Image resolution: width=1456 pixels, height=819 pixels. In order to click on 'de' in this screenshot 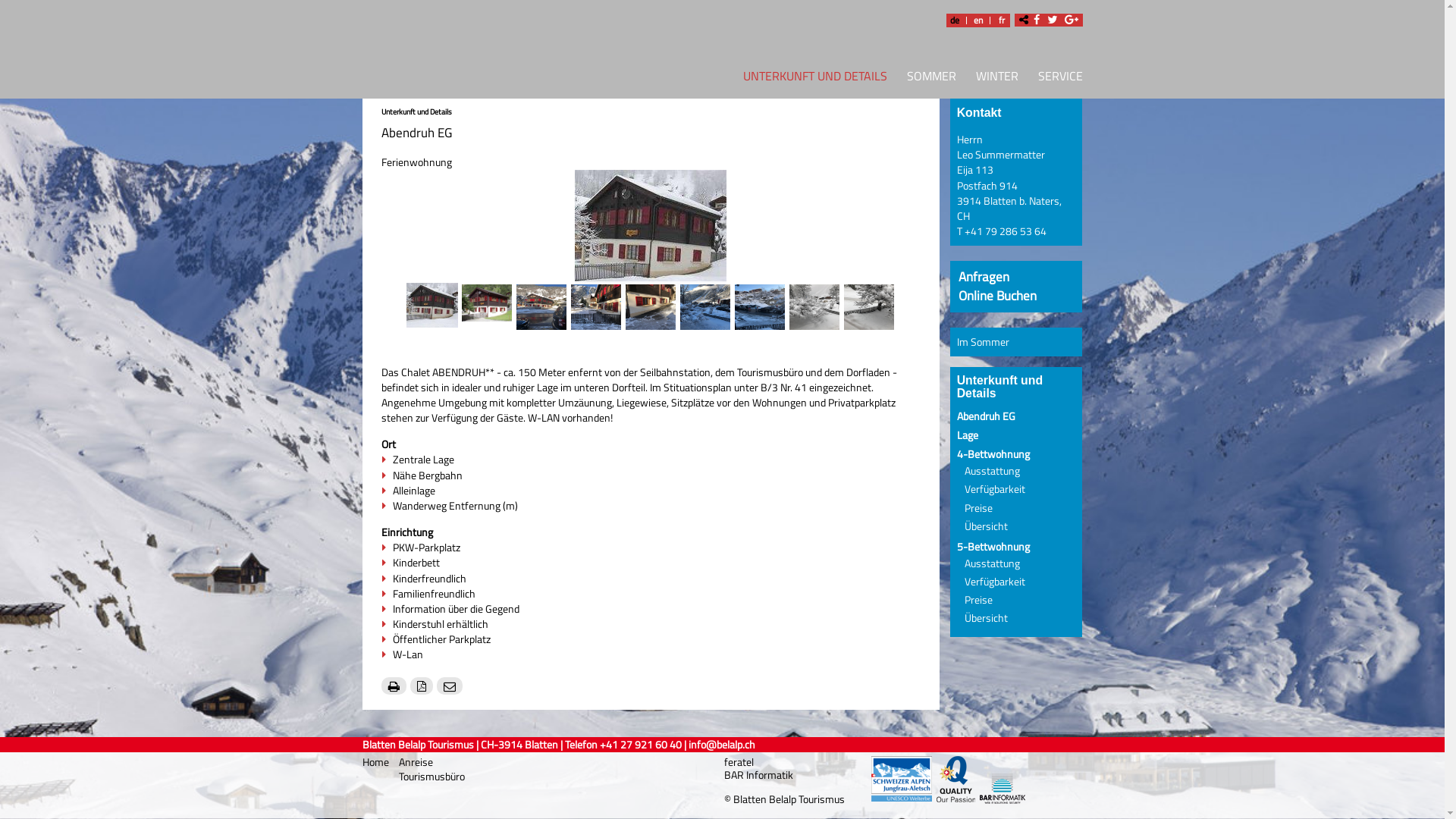, I will do `click(953, 20)`.